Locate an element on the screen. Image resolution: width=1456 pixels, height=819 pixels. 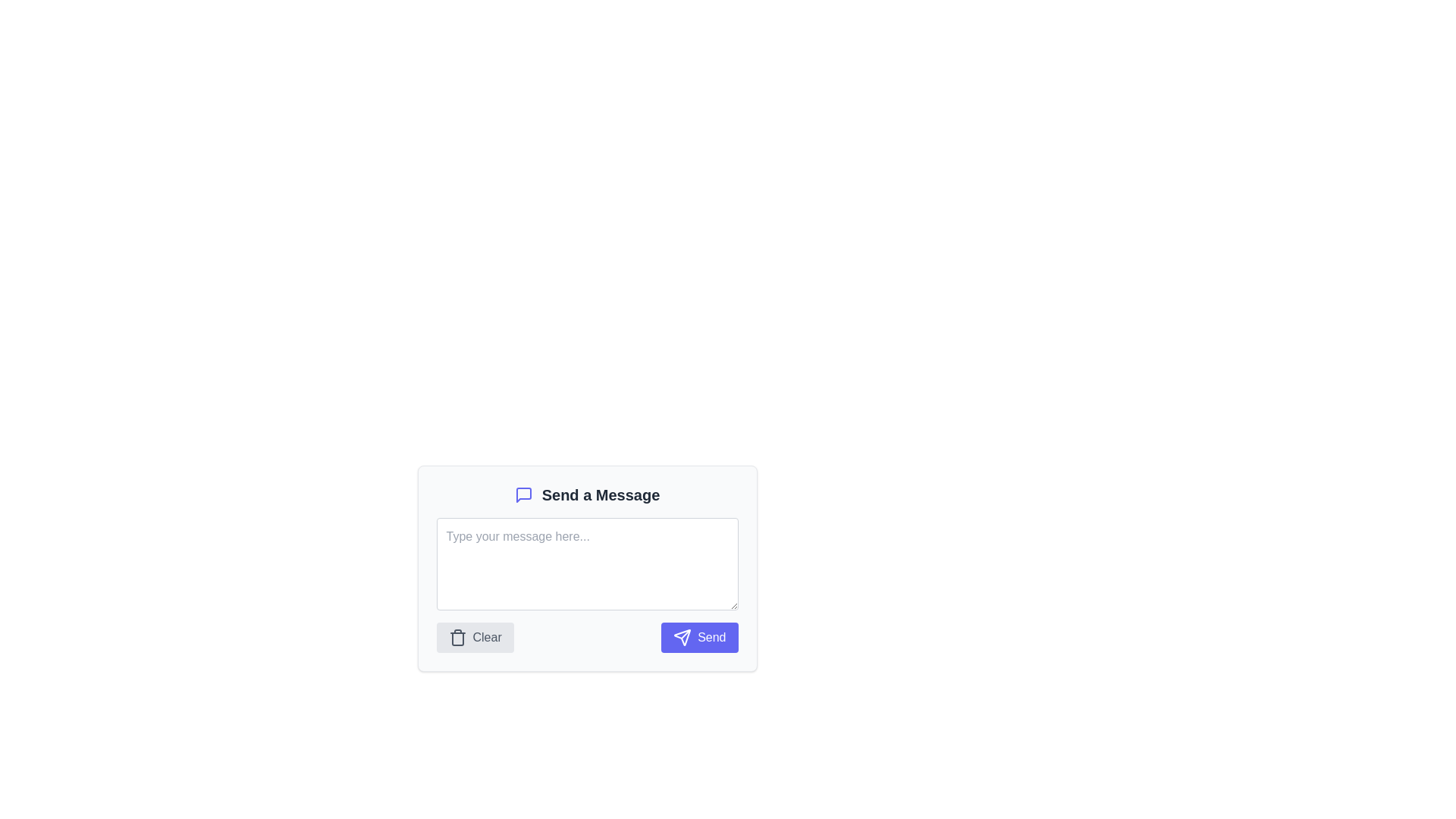
the 'Send' icon in the bottom-right corner of the chat input area is located at coordinates (682, 637).